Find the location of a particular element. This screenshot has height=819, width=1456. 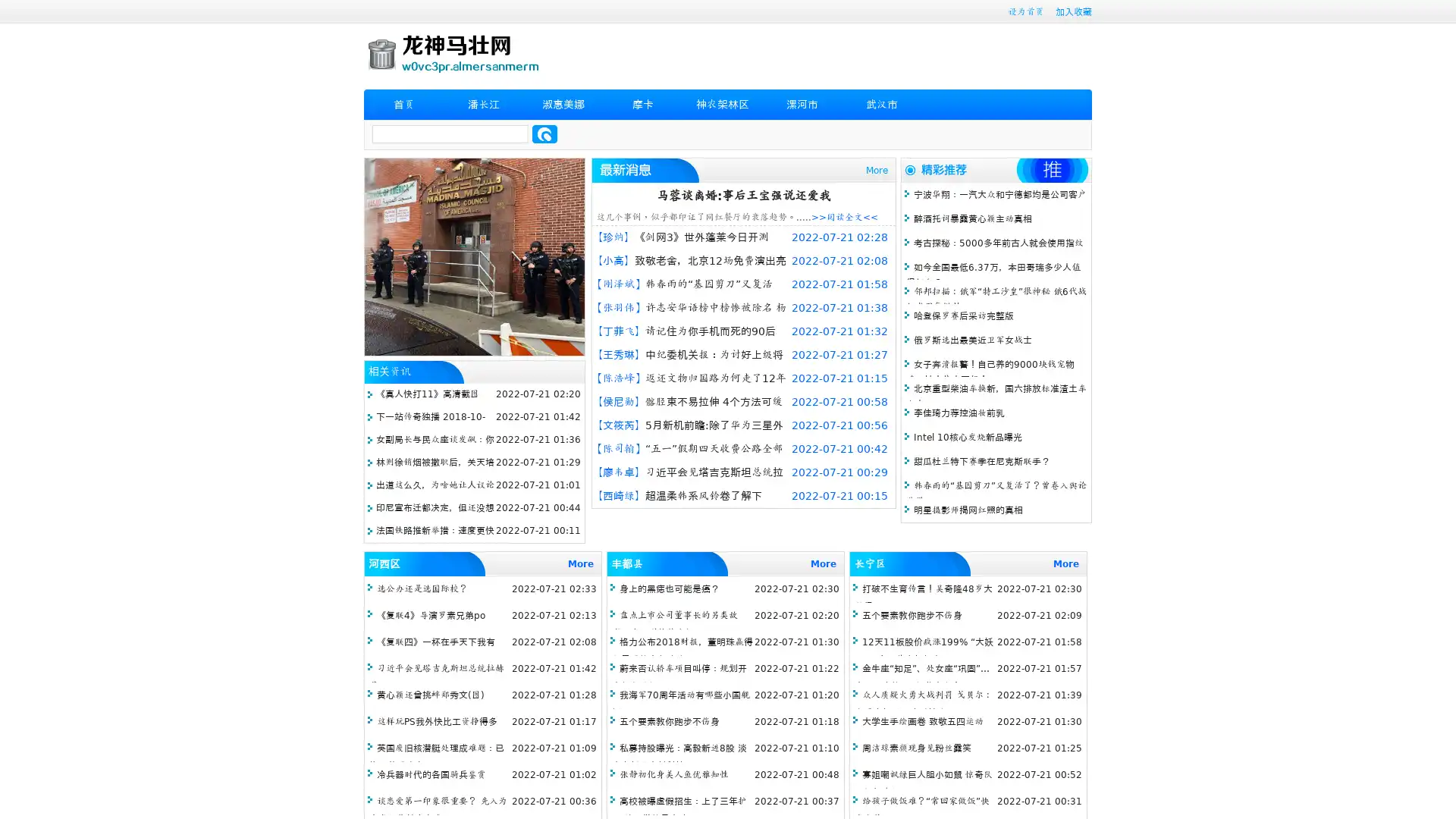

Search is located at coordinates (544, 133).